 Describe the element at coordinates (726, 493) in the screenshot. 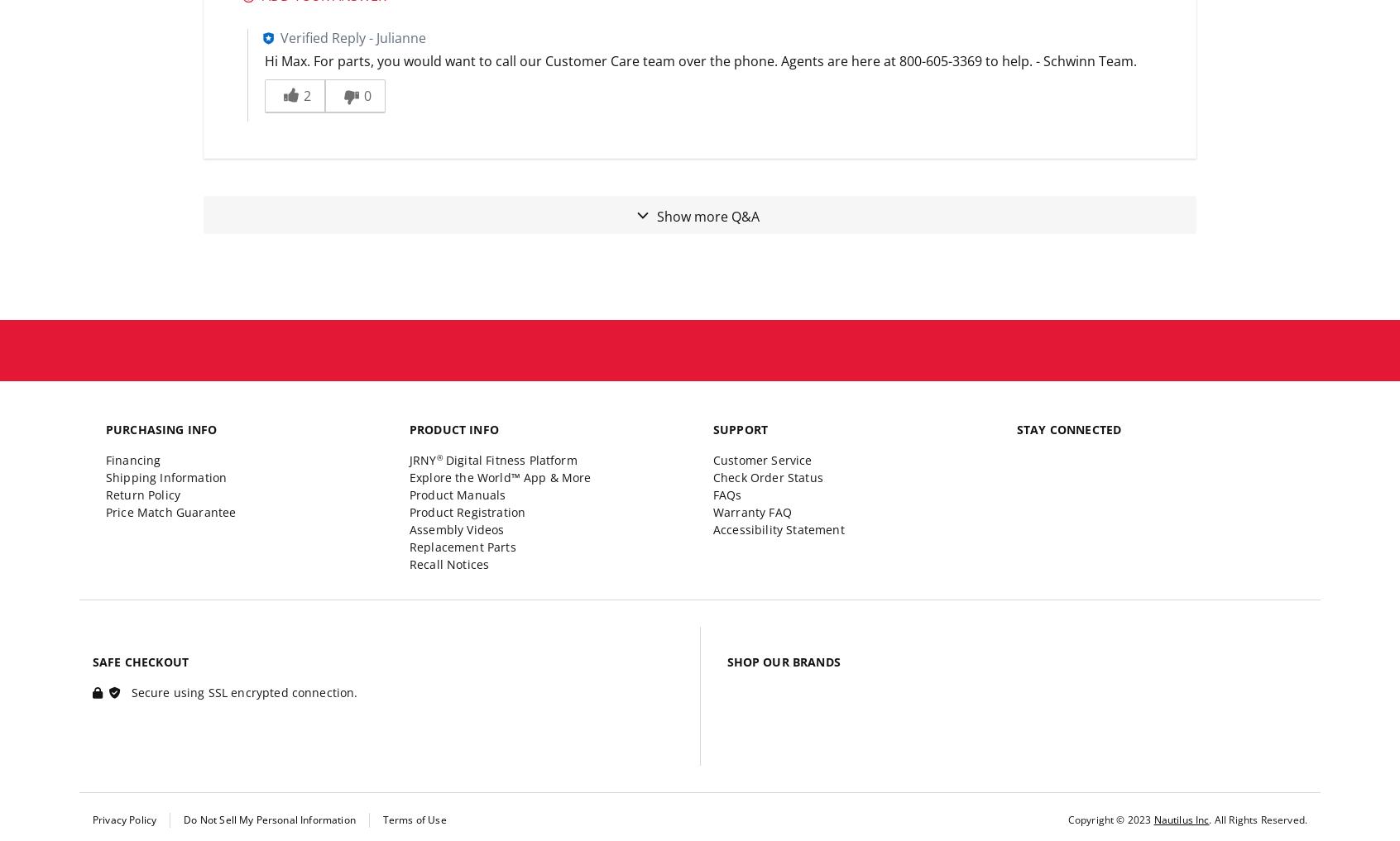

I see `'FAQs'` at that location.